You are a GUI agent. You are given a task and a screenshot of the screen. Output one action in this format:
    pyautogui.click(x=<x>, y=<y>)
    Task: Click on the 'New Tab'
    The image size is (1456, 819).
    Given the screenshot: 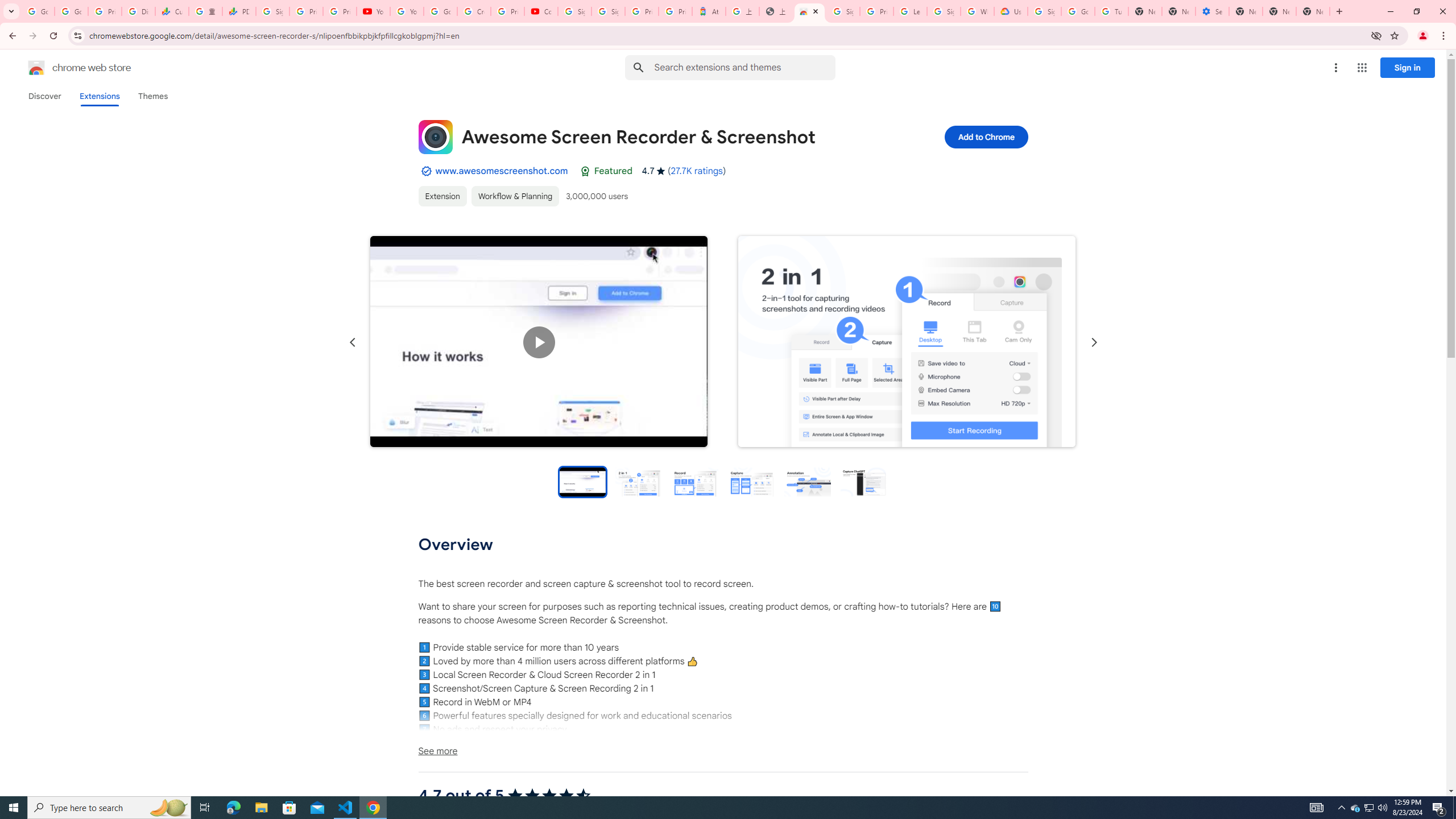 What is the action you would take?
    pyautogui.click(x=1313, y=11)
    